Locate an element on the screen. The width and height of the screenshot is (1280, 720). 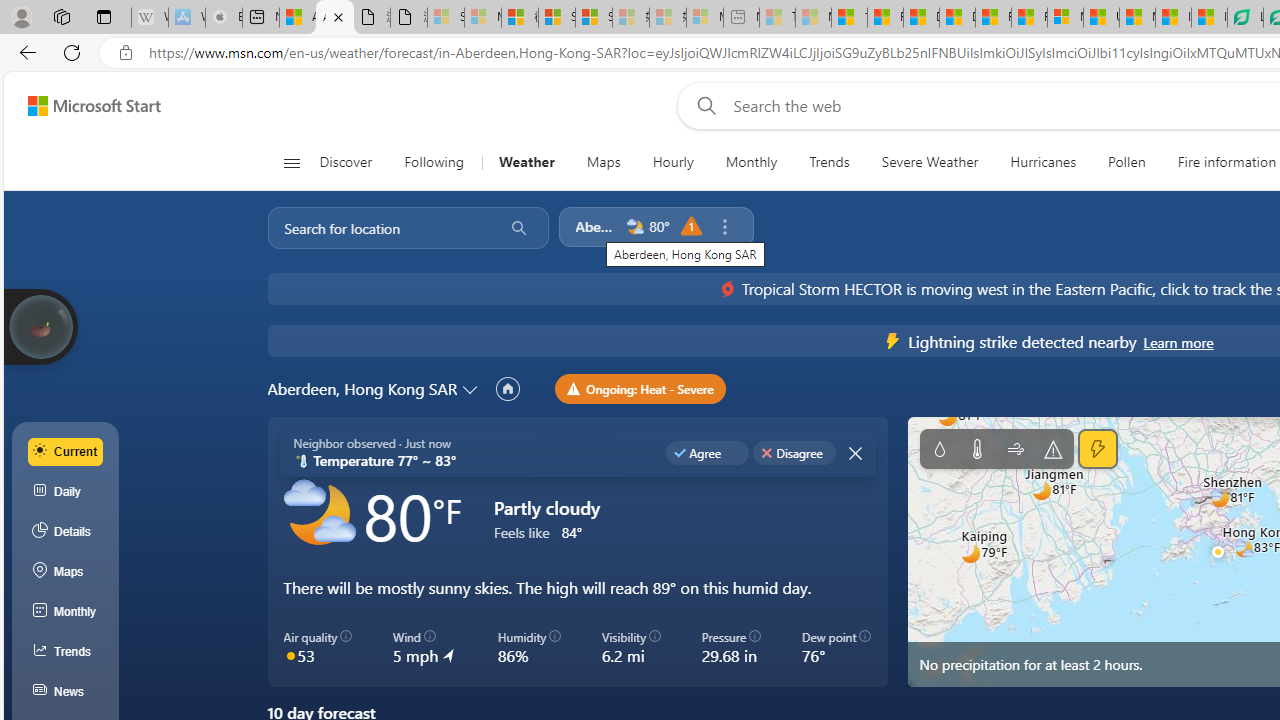
'Daily' is located at coordinates (65, 492).